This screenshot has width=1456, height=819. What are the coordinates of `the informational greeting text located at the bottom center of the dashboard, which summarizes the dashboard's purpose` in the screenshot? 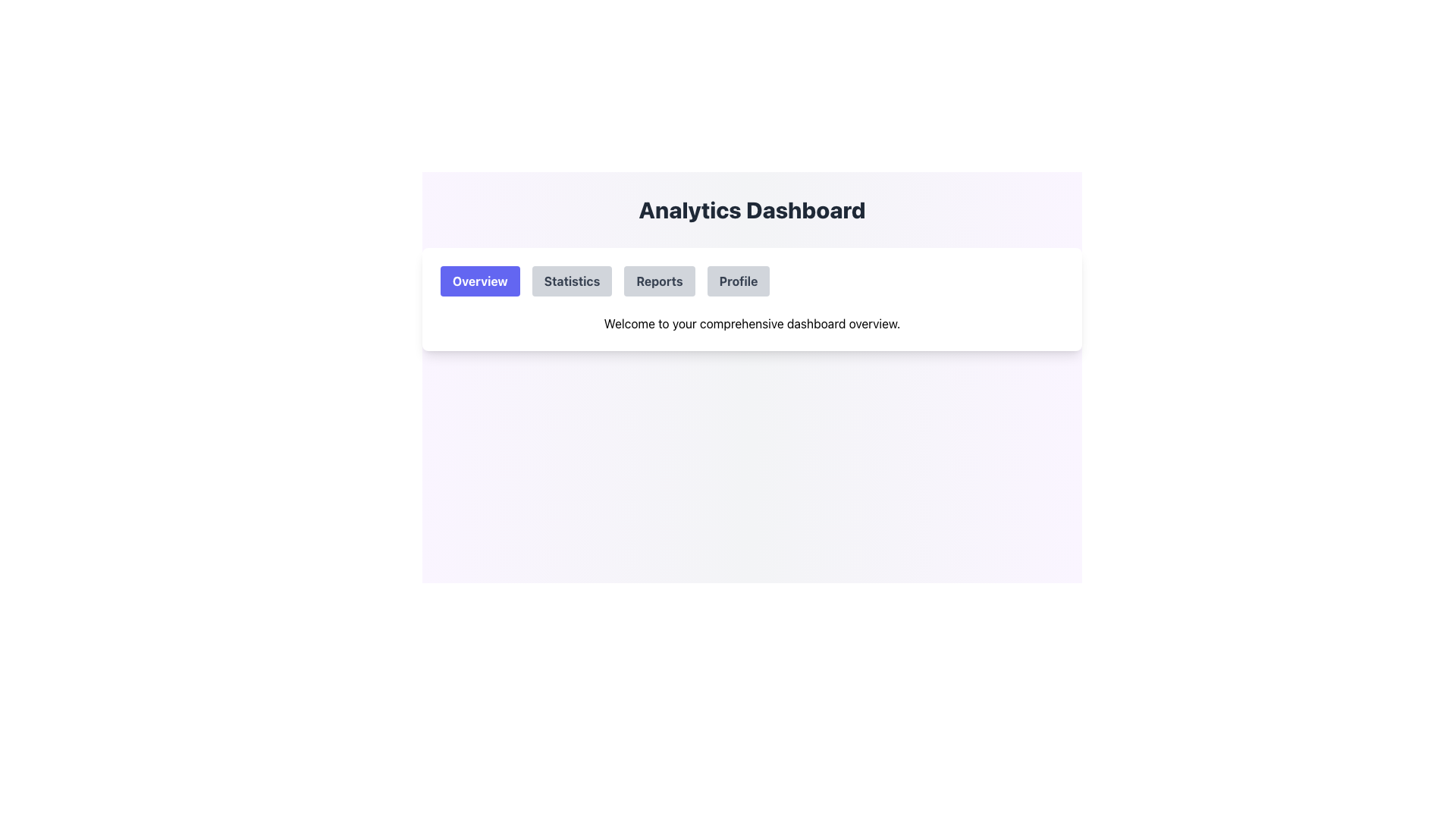 It's located at (752, 323).